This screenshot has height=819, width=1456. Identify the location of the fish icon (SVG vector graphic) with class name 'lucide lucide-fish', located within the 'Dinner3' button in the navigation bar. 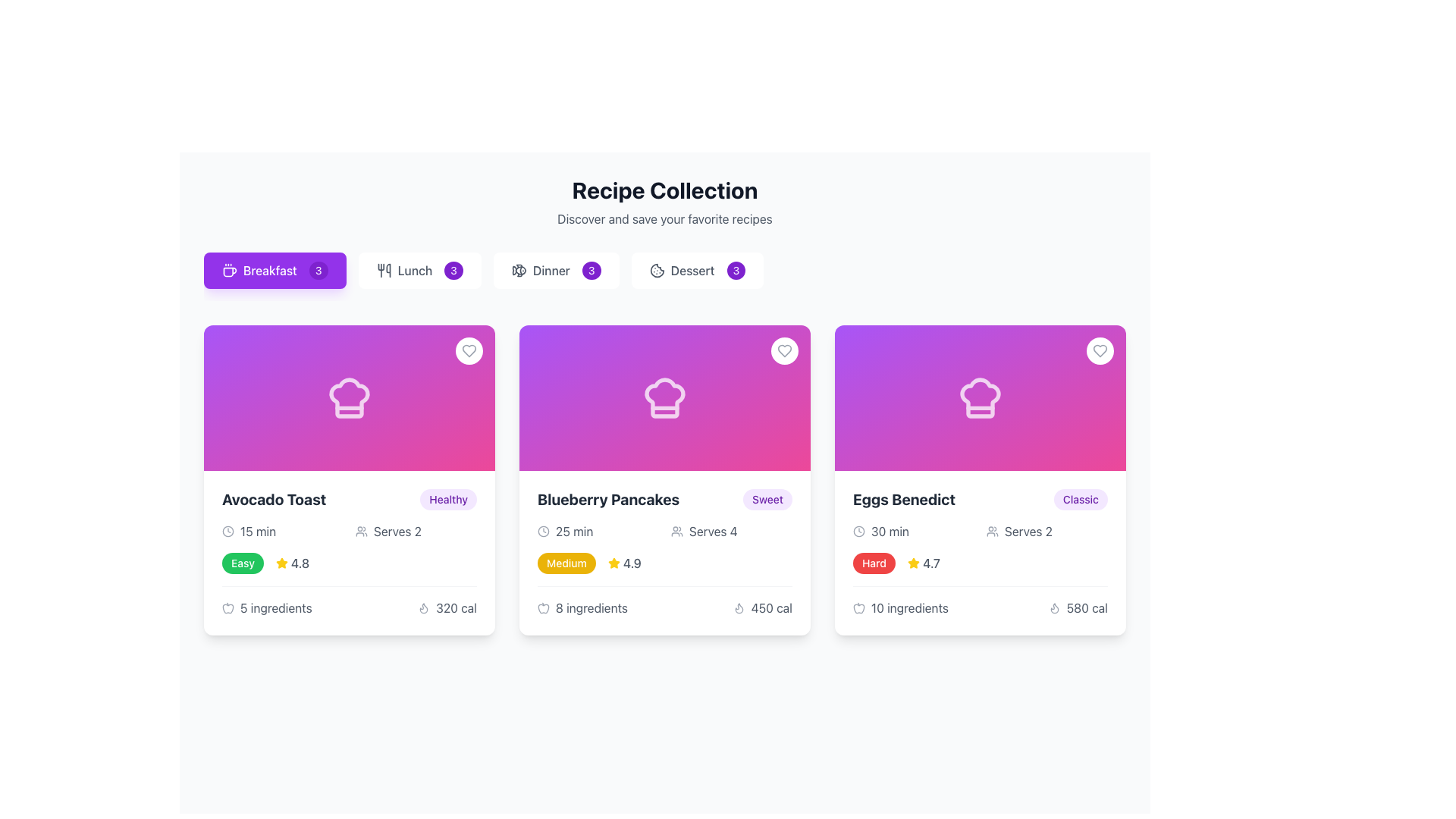
(519, 270).